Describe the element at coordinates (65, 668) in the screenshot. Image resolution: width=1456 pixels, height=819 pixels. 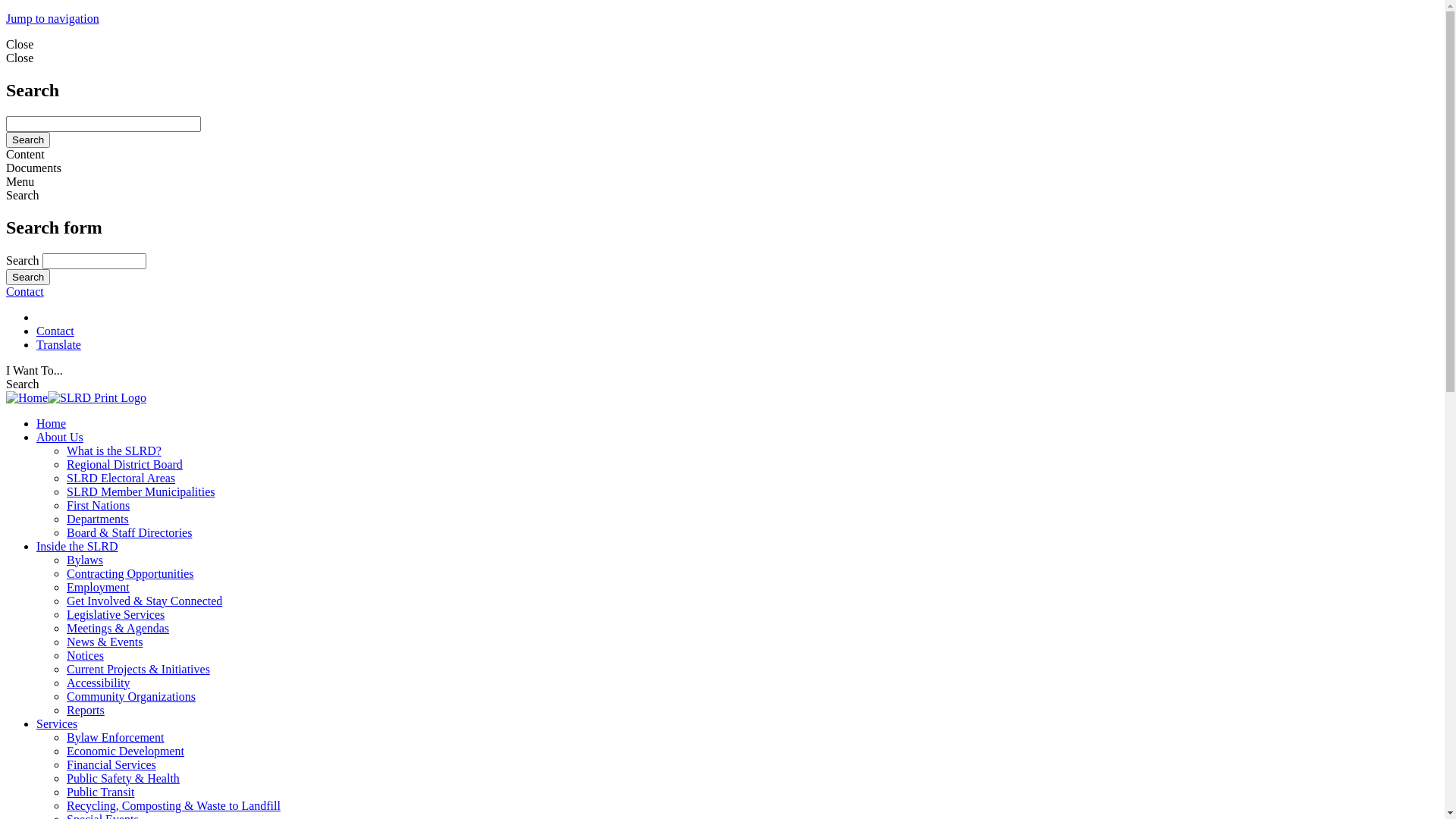
I see `'Current Projects & Initiatives'` at that location.